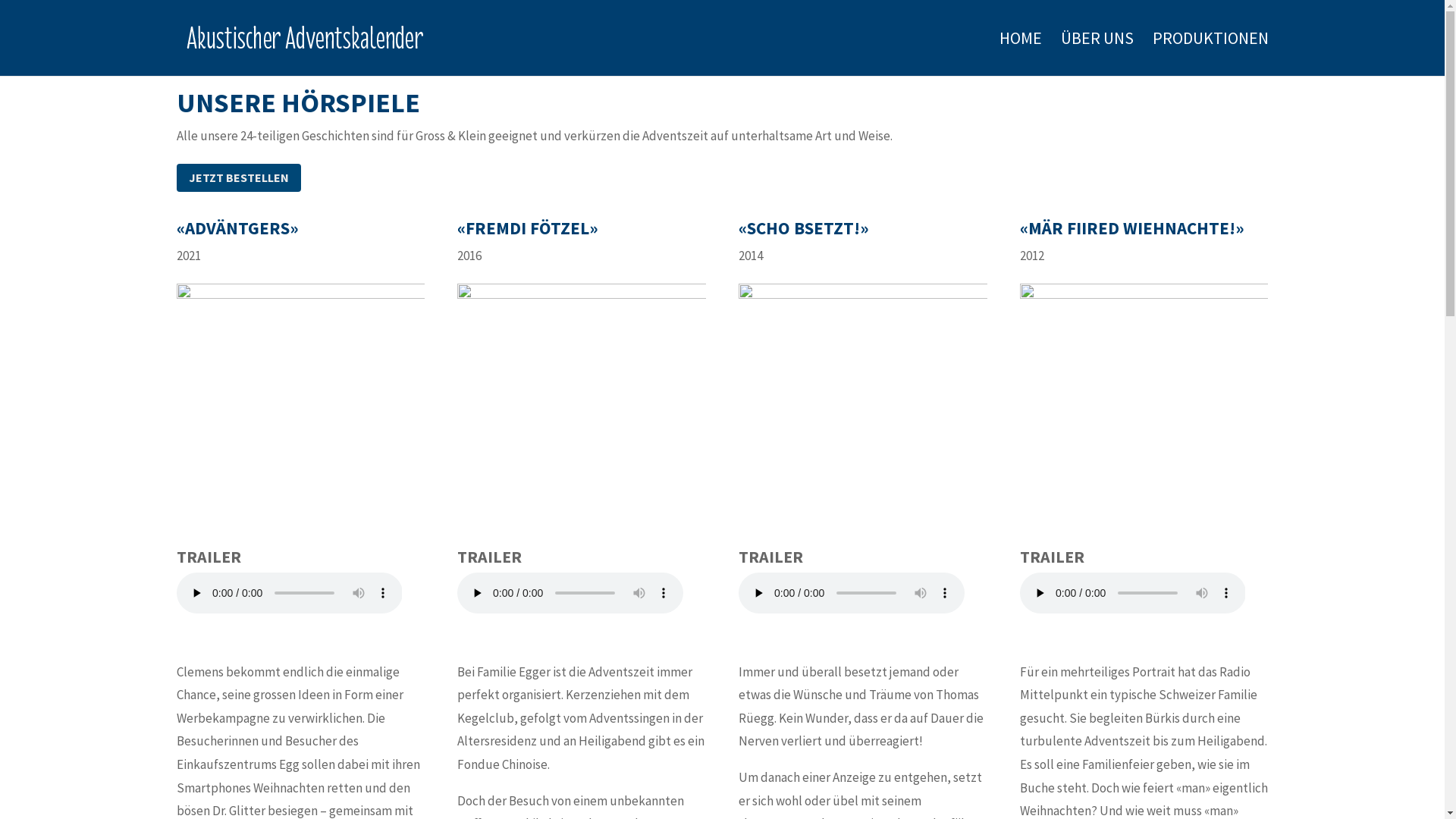 The width and height of the screenshot is (1456, 819). I want to click on 'HOME', so click(1020, 53).